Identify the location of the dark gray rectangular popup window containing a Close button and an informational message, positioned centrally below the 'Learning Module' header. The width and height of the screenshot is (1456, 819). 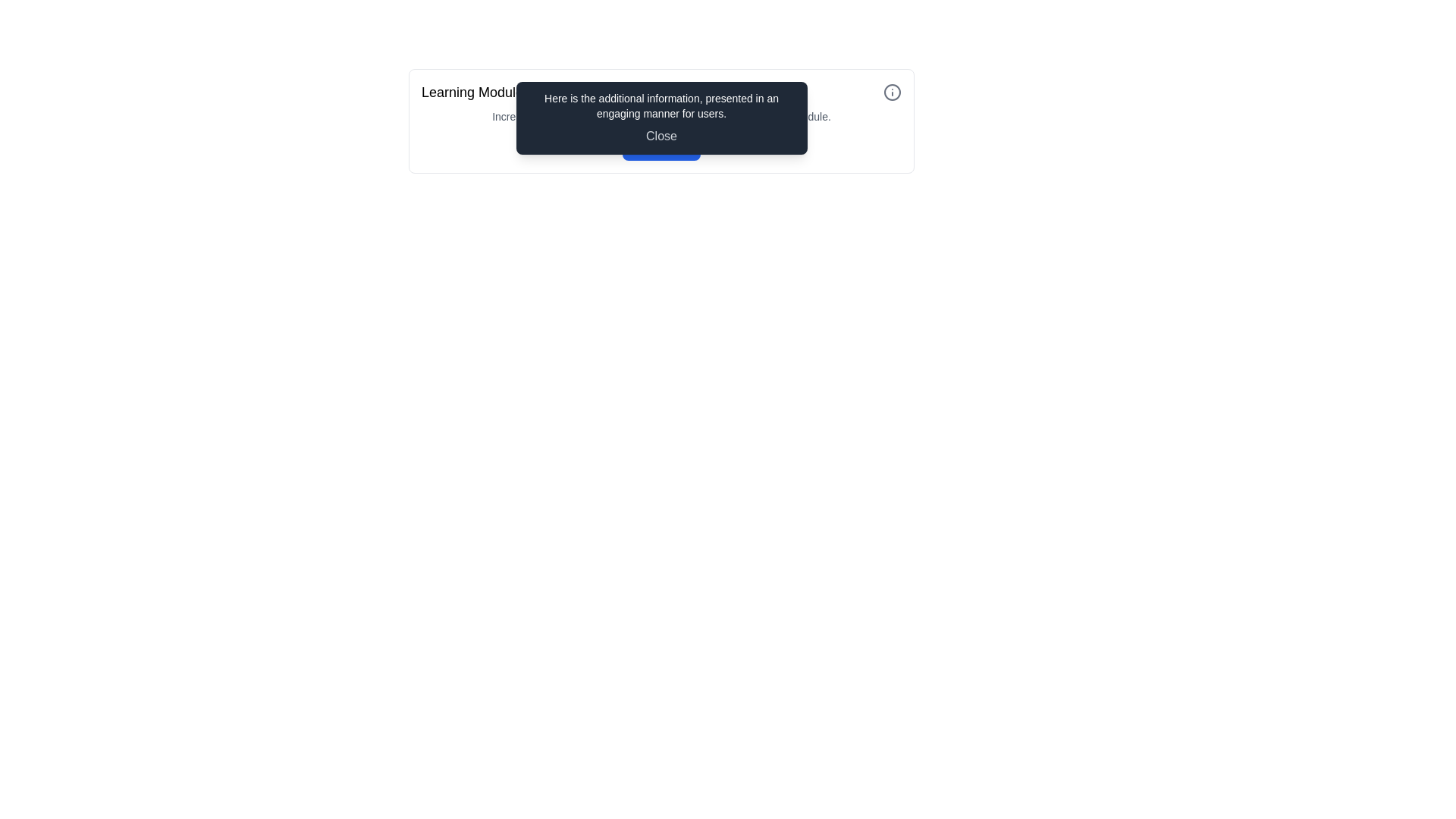
(661, 117).